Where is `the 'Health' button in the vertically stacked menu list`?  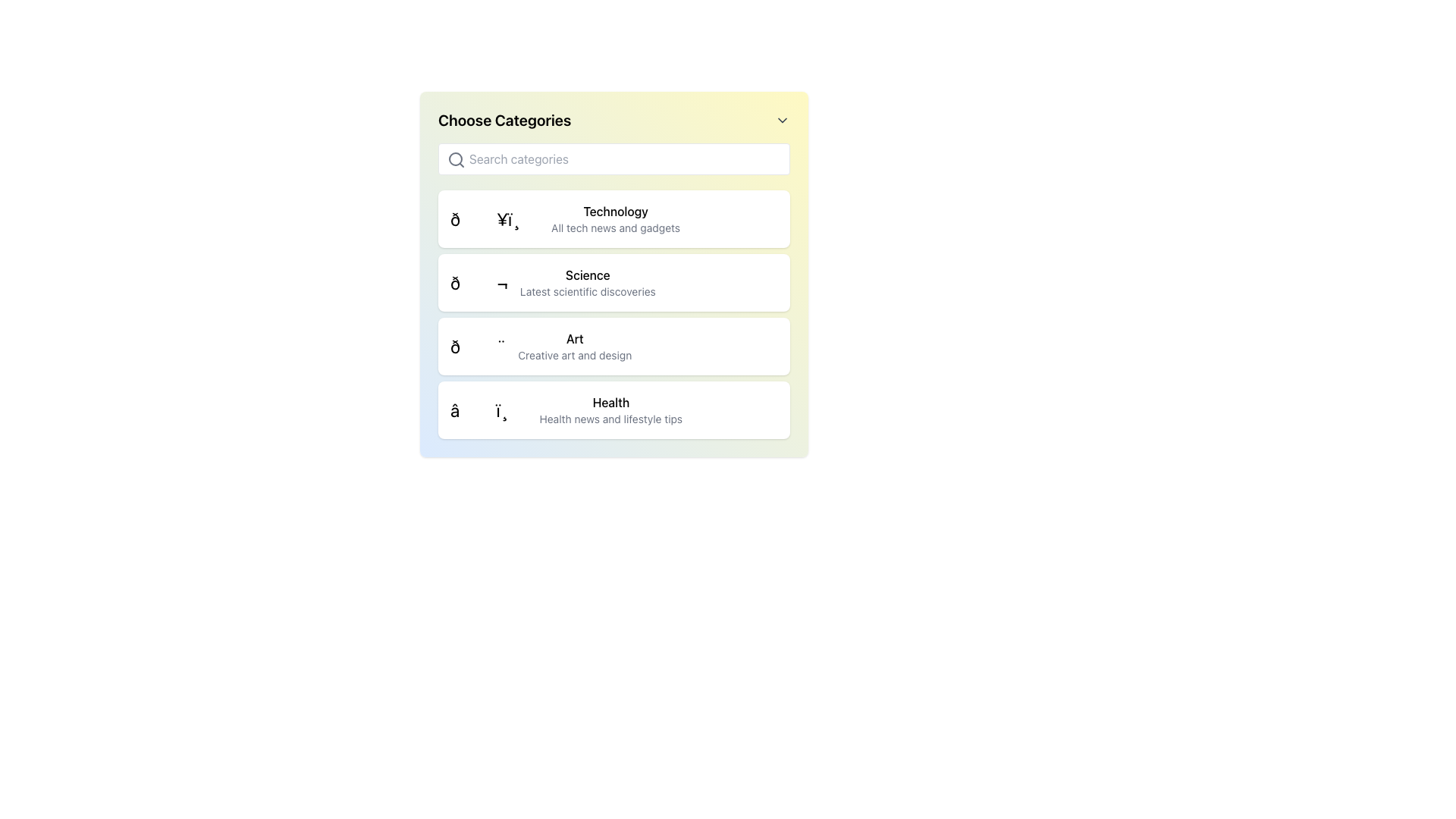
the 'Health' button in the vertically stacked menu list is located at coordinates (614, 409).